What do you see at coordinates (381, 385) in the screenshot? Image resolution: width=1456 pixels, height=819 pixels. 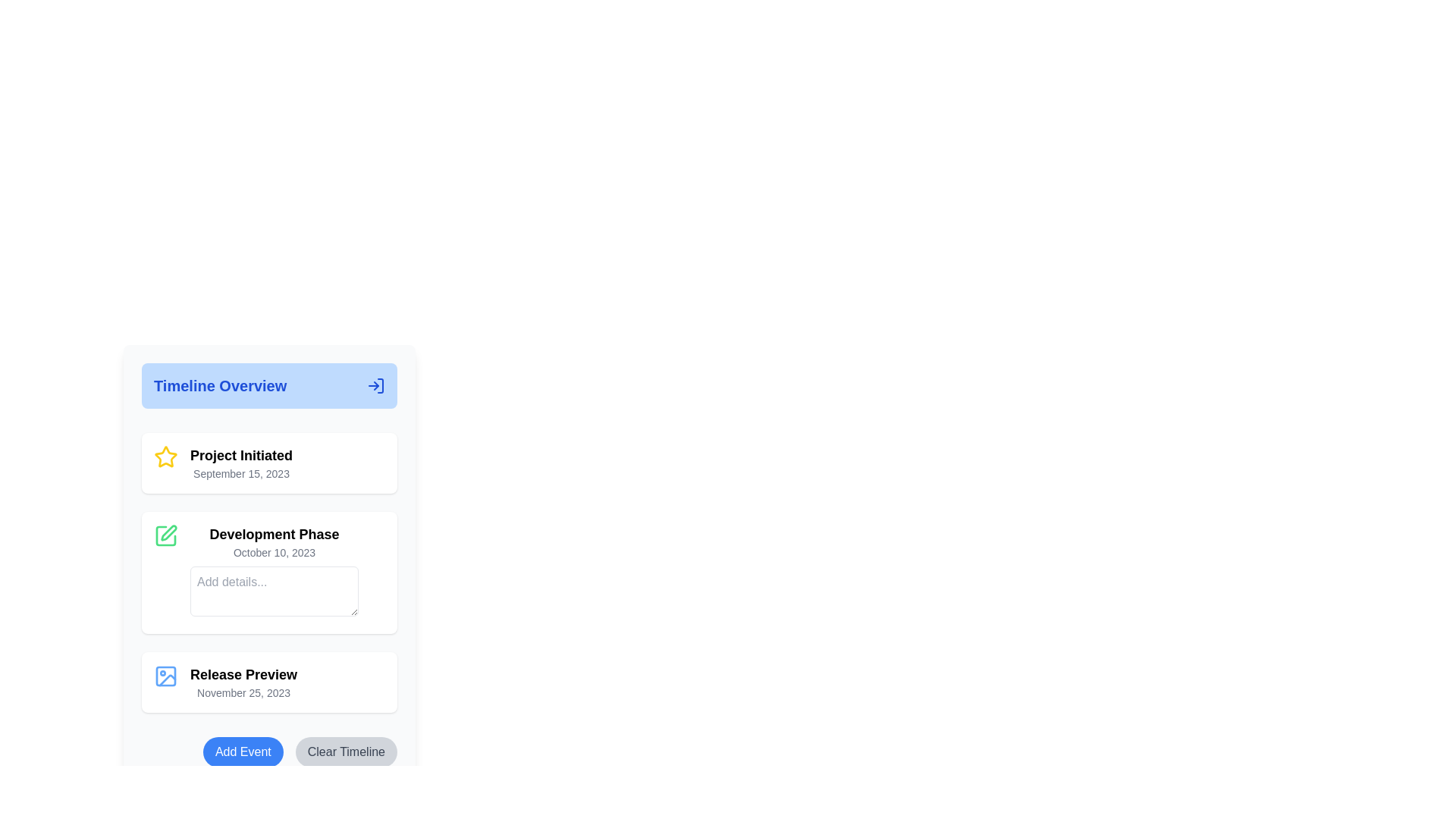 I see `the right vertical stroke of the SVG icon that is part of the 'Timeline Overview' header` at bounding box center [381, 385].